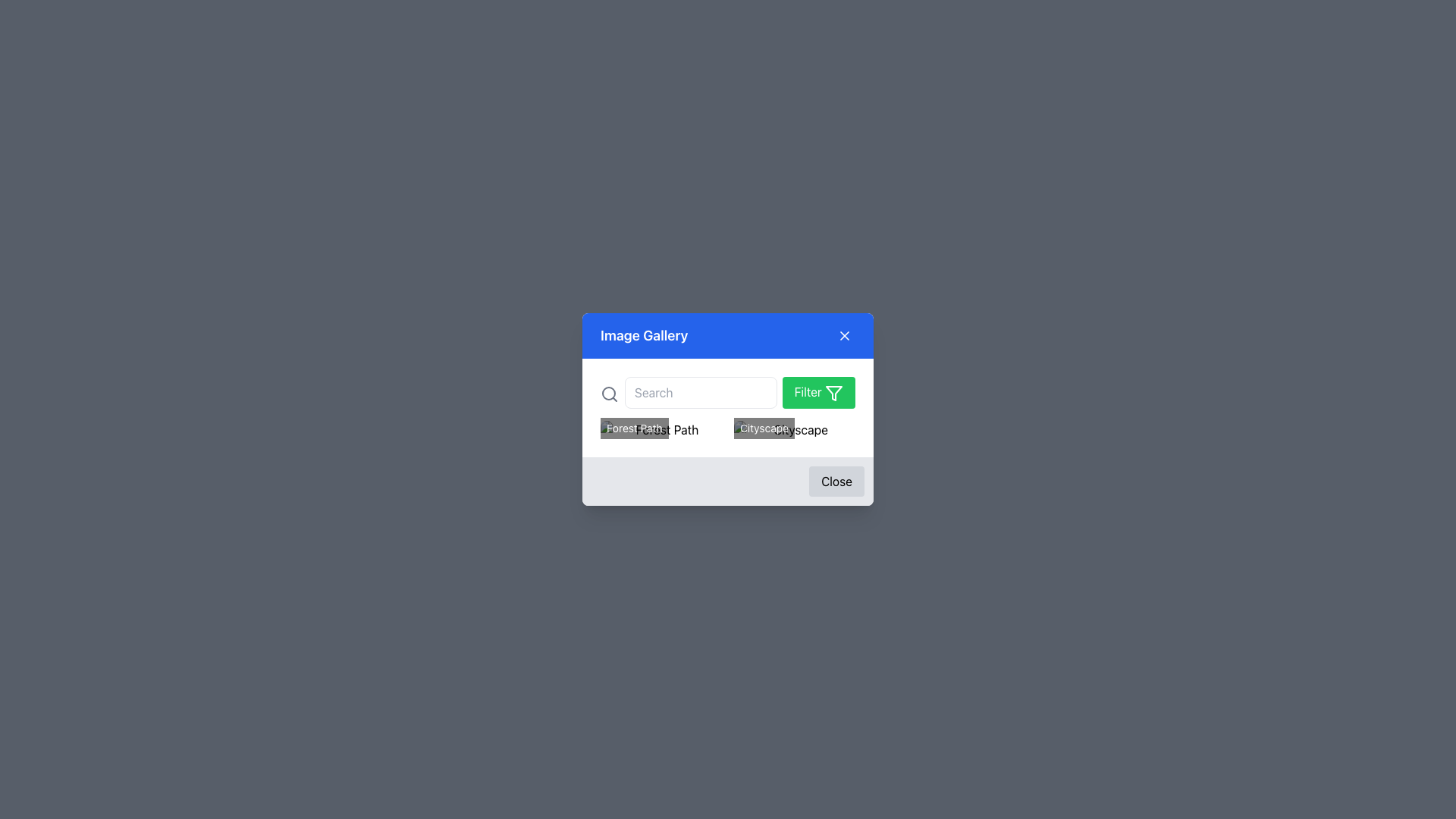  I want to click on the 'Close' button in the bottom right corner of the footer modal to change its background color, so click(836, 482).